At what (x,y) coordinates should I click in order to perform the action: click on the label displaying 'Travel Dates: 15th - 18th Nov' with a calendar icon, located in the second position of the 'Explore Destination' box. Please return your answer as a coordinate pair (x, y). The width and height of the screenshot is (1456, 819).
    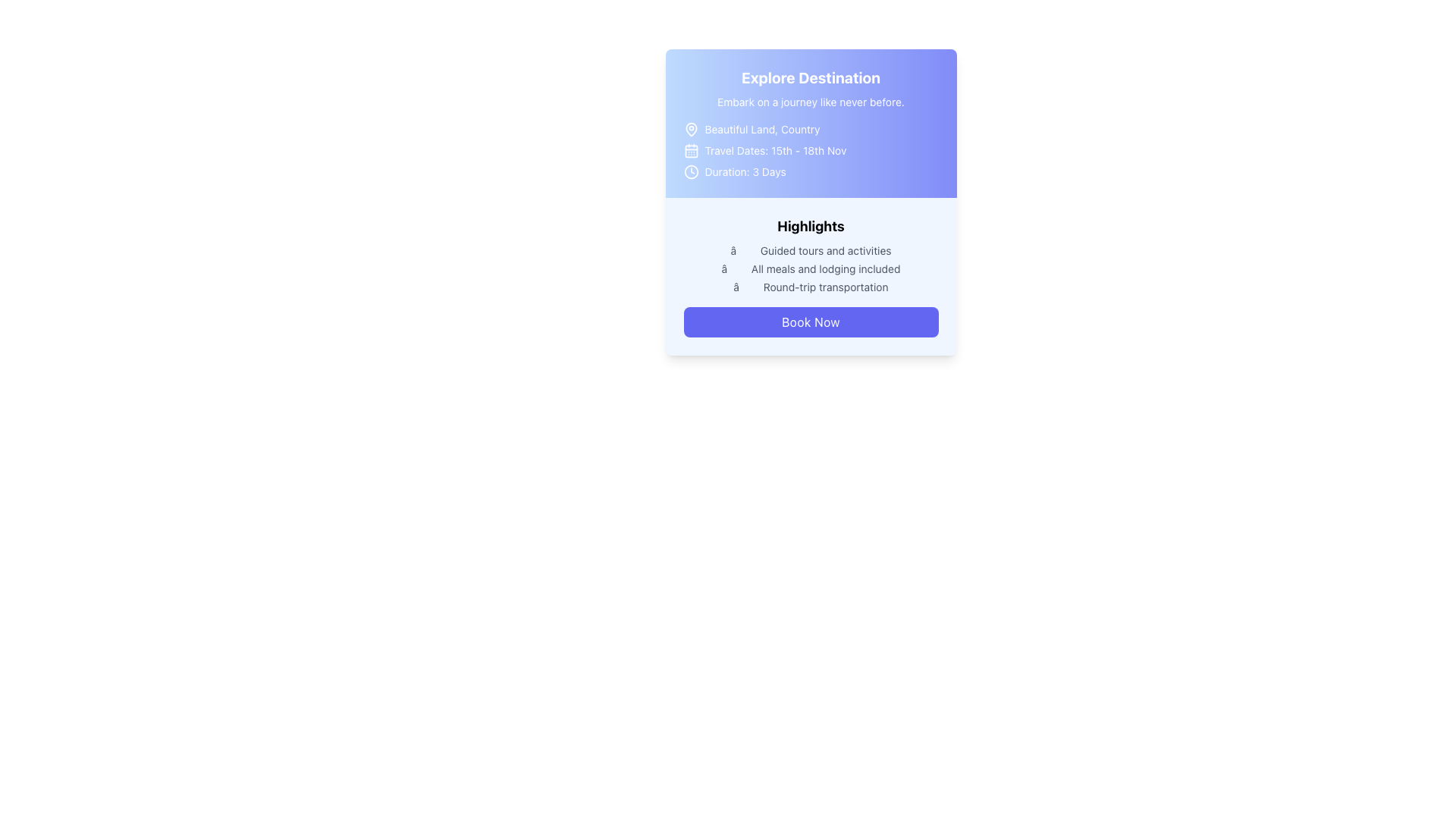
    Looking at the image, I should click on (810, 151).